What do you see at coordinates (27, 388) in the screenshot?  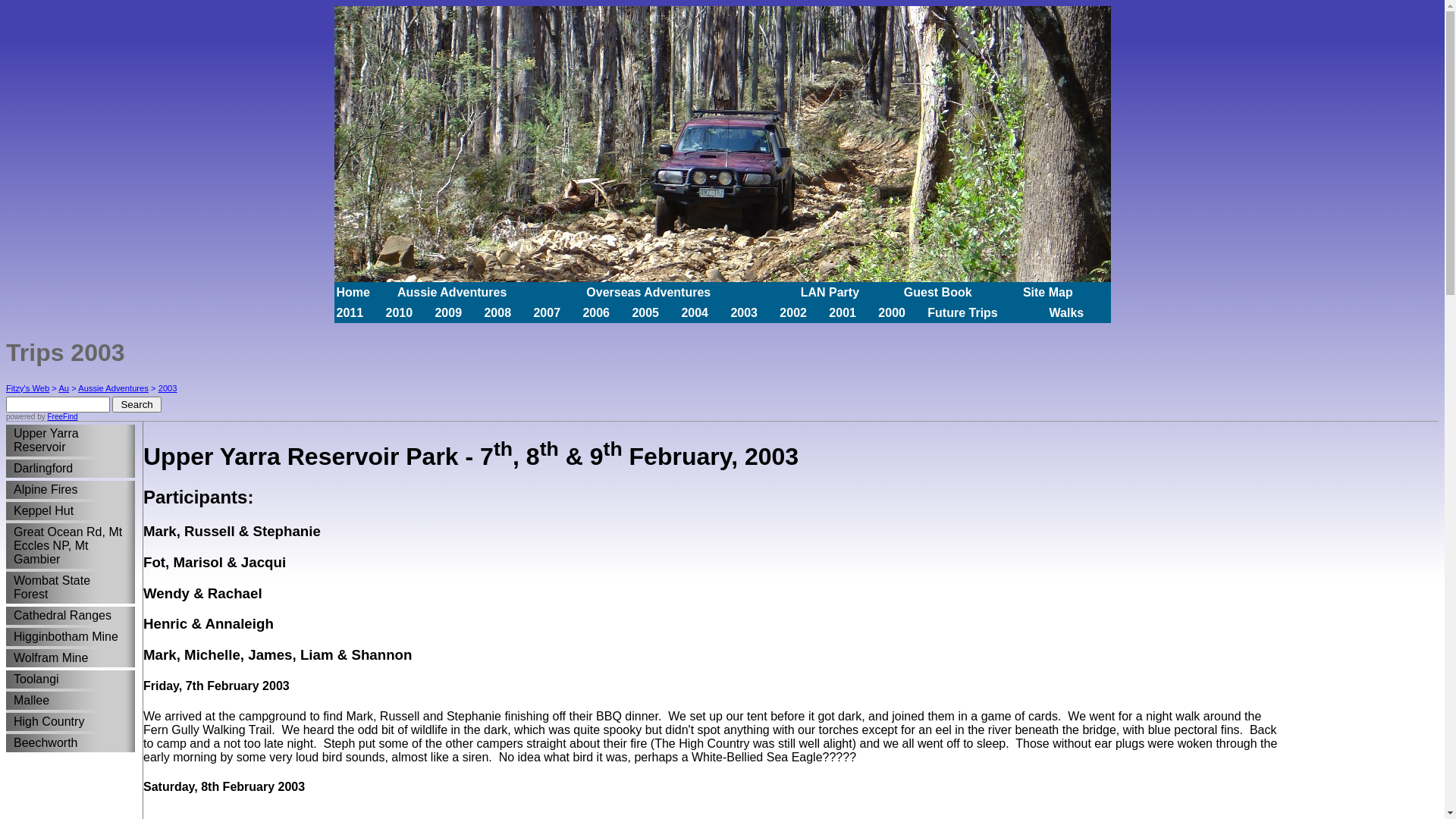 I see `'Fitzy's Web'` at bounding box center [27, 388].